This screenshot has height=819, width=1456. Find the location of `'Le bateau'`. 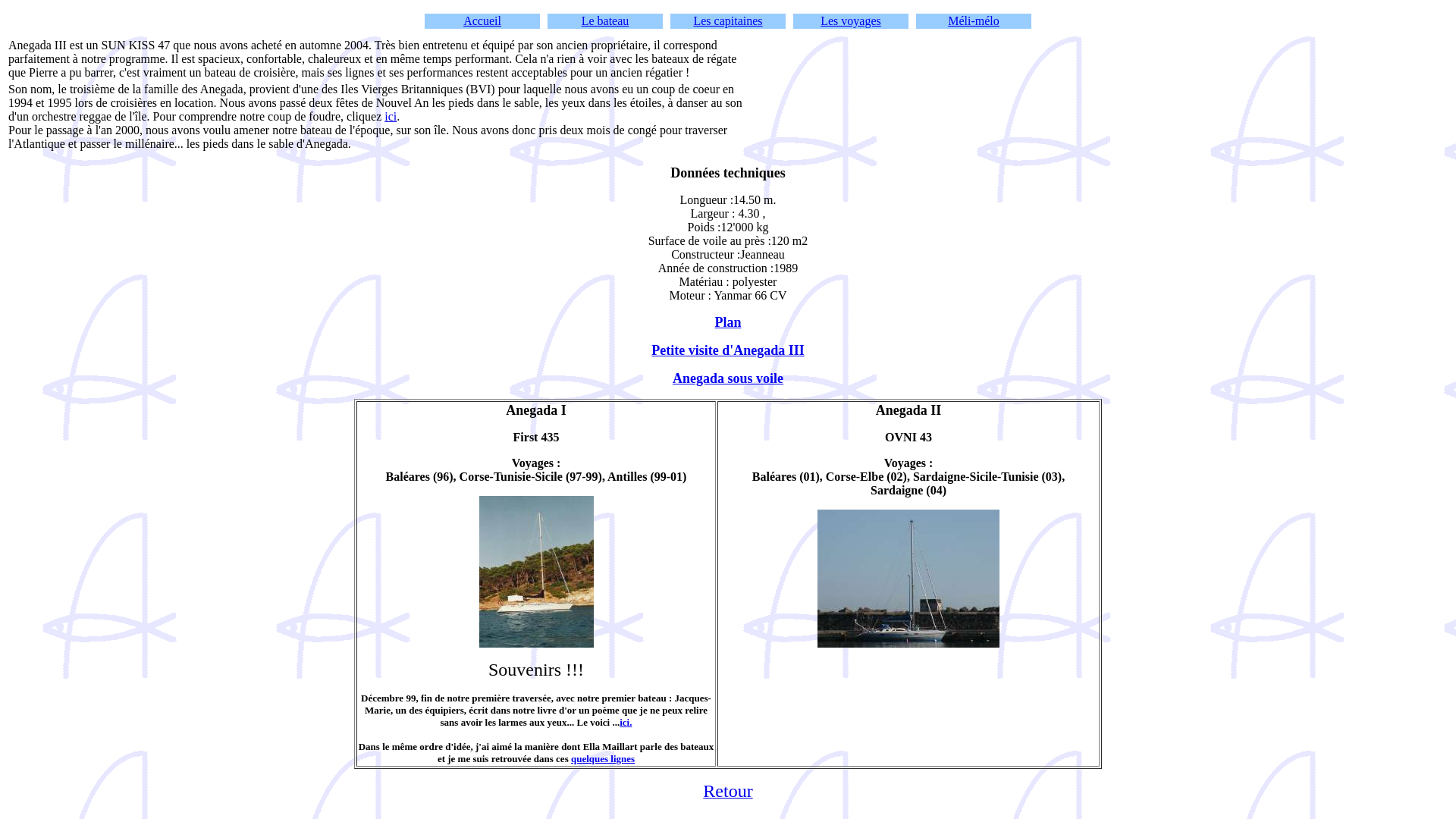

'Le bateau' is located at coordinates (604, 20).